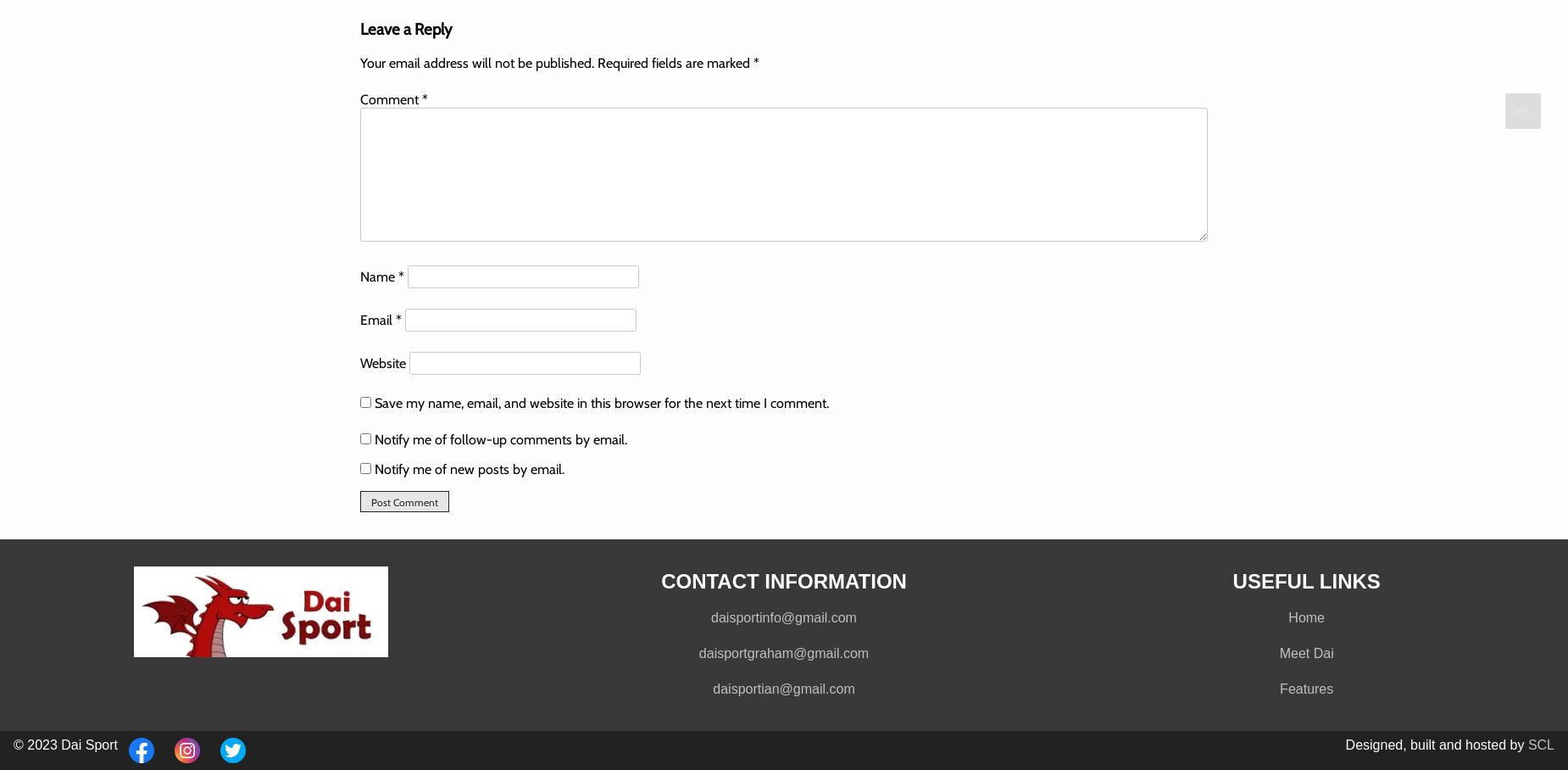  I want to click on 'Required fields are marked', so click(675, 62).